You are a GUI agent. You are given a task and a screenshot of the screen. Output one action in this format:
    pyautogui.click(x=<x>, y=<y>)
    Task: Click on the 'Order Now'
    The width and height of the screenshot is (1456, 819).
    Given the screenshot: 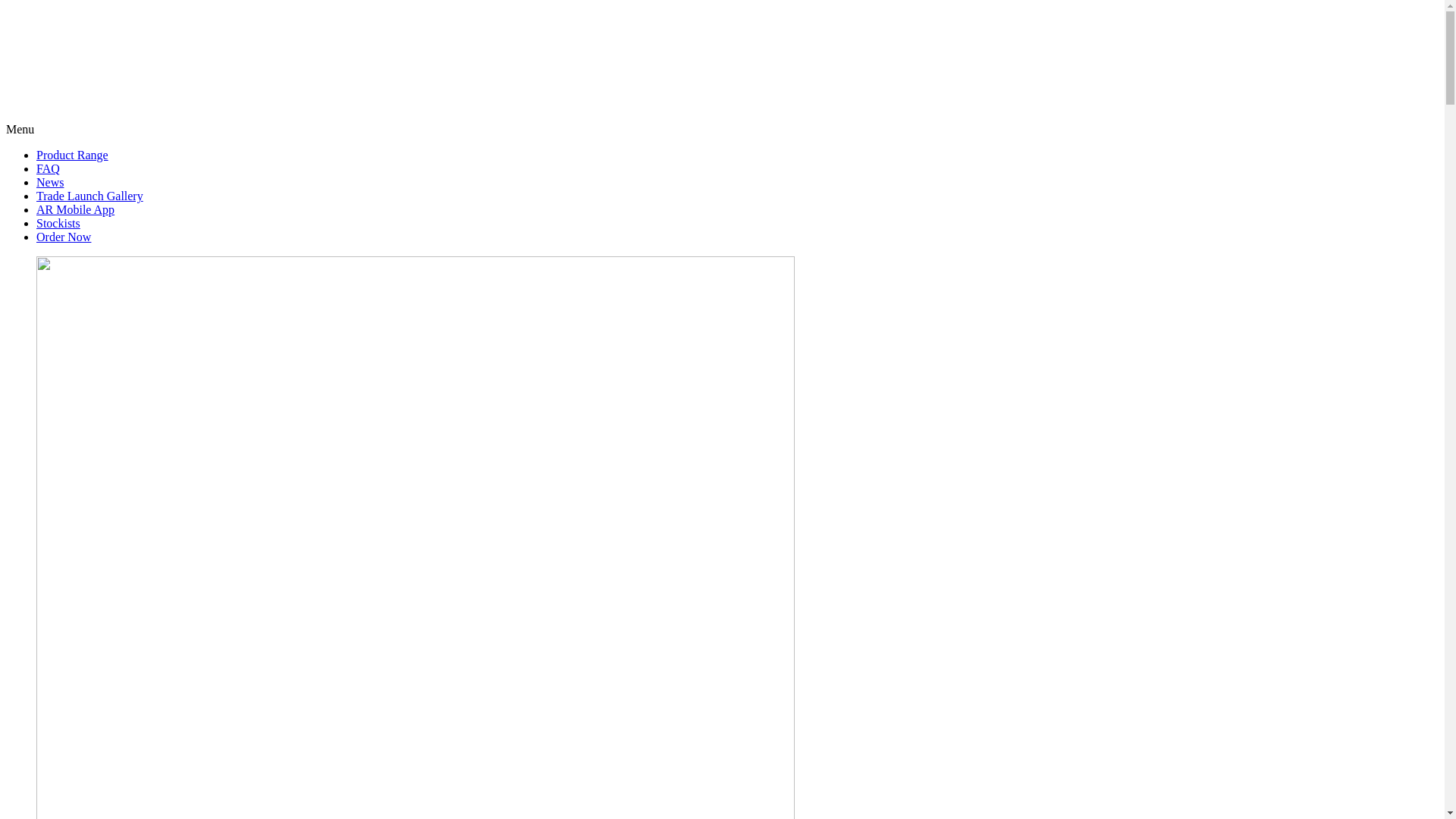 What is the action you would take?
    pyautogui.click(x=62, y=237)
    